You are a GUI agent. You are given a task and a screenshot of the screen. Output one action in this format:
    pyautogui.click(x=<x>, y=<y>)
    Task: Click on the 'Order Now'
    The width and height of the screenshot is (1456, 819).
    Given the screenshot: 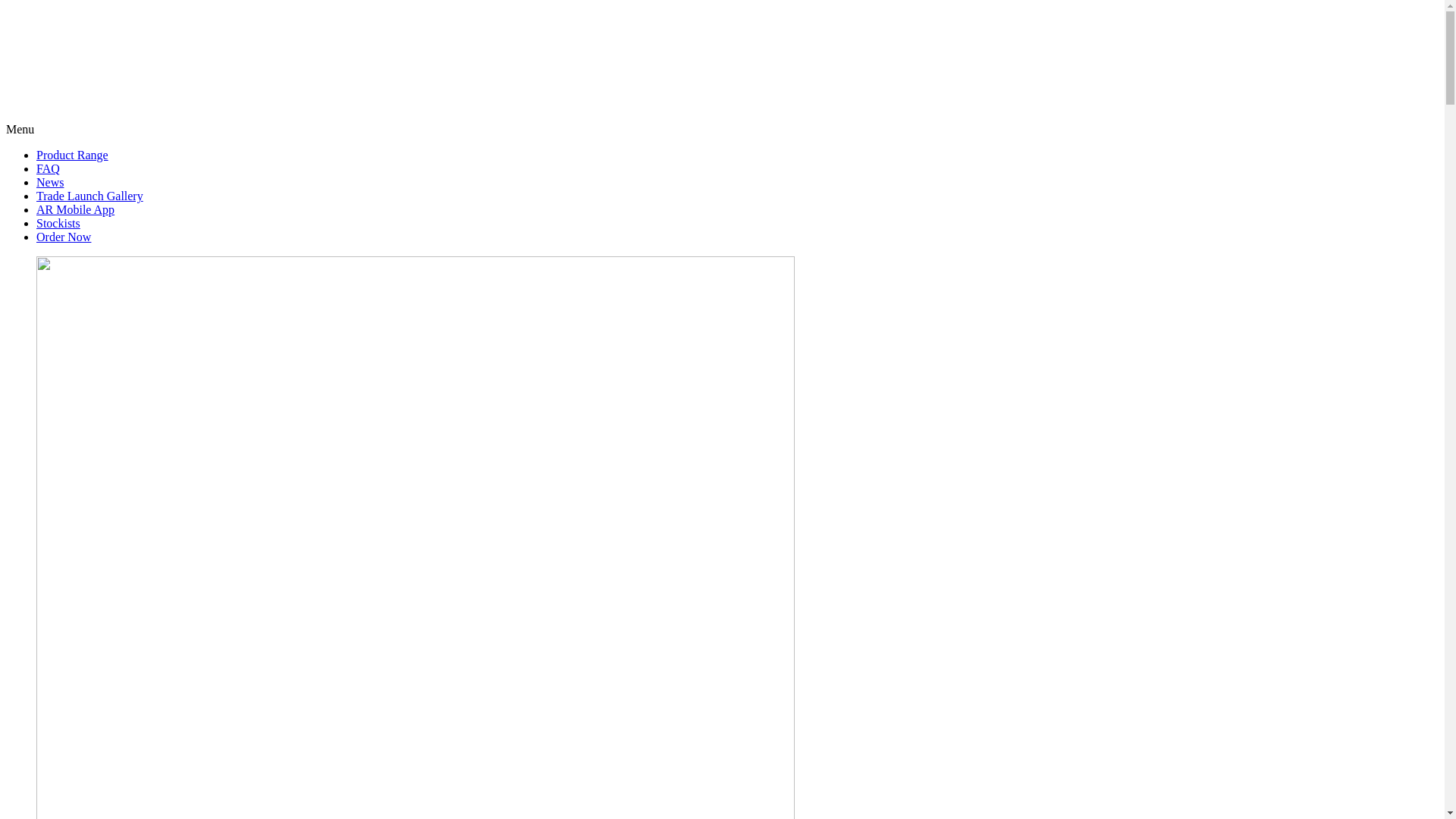 What is the action you would take?
    pyautogui.click(x=62, y=237)
    